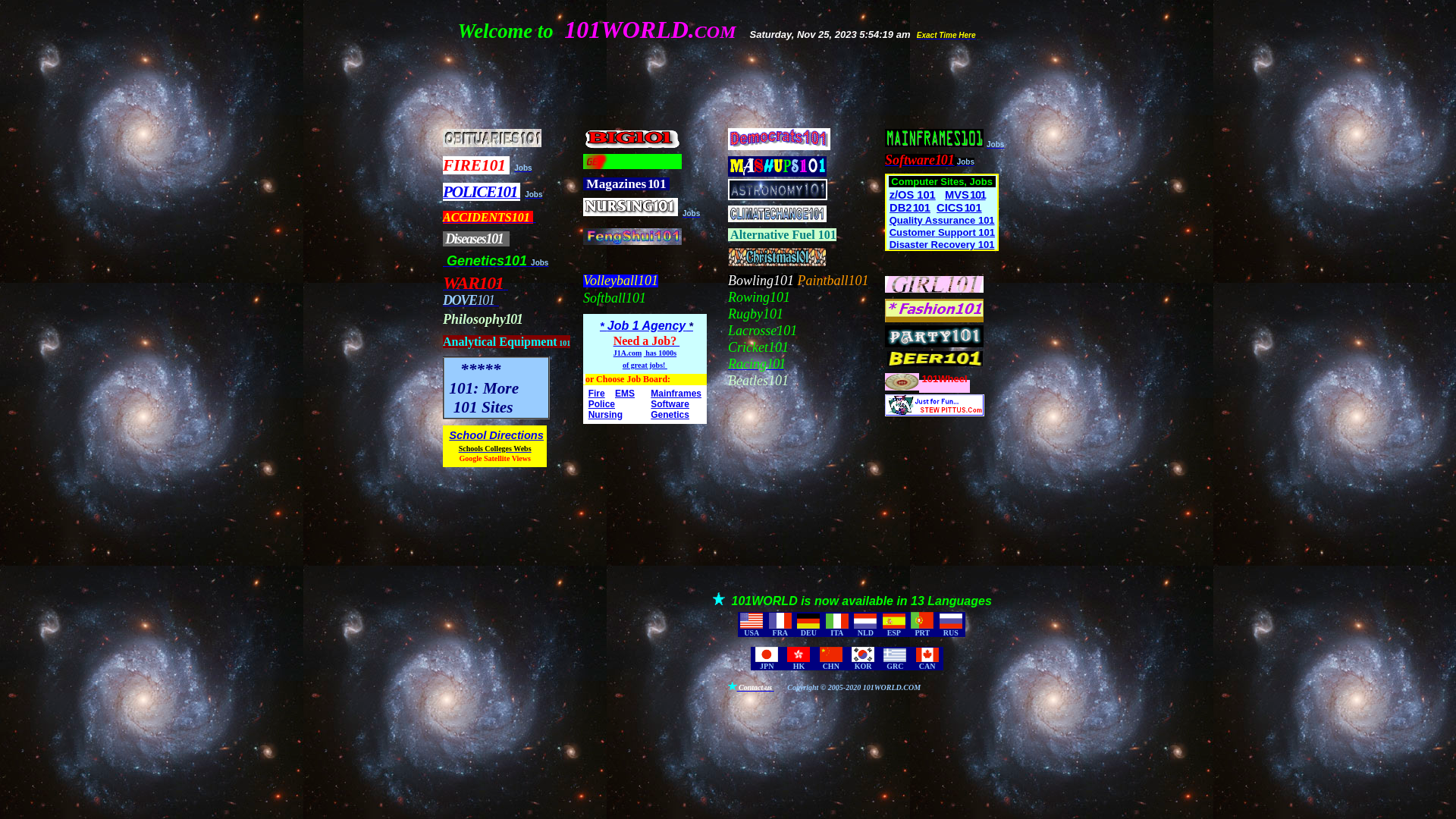 The image size is (1456, 819). I want to click on 'MVS 101', so click(944, 194).